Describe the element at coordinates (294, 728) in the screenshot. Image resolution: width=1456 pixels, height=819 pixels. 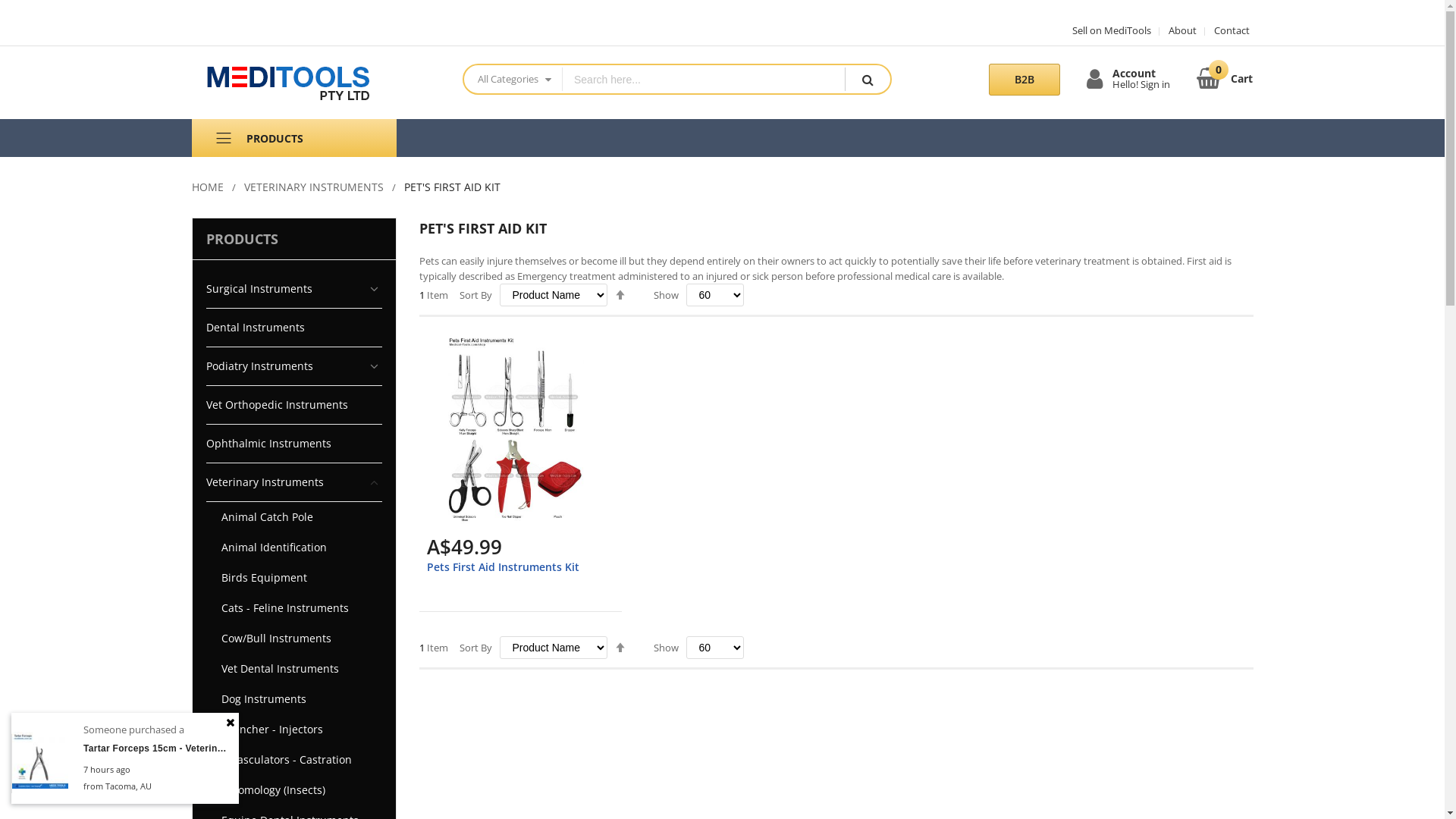
I see `'Drencher - Injectors'` at that location.